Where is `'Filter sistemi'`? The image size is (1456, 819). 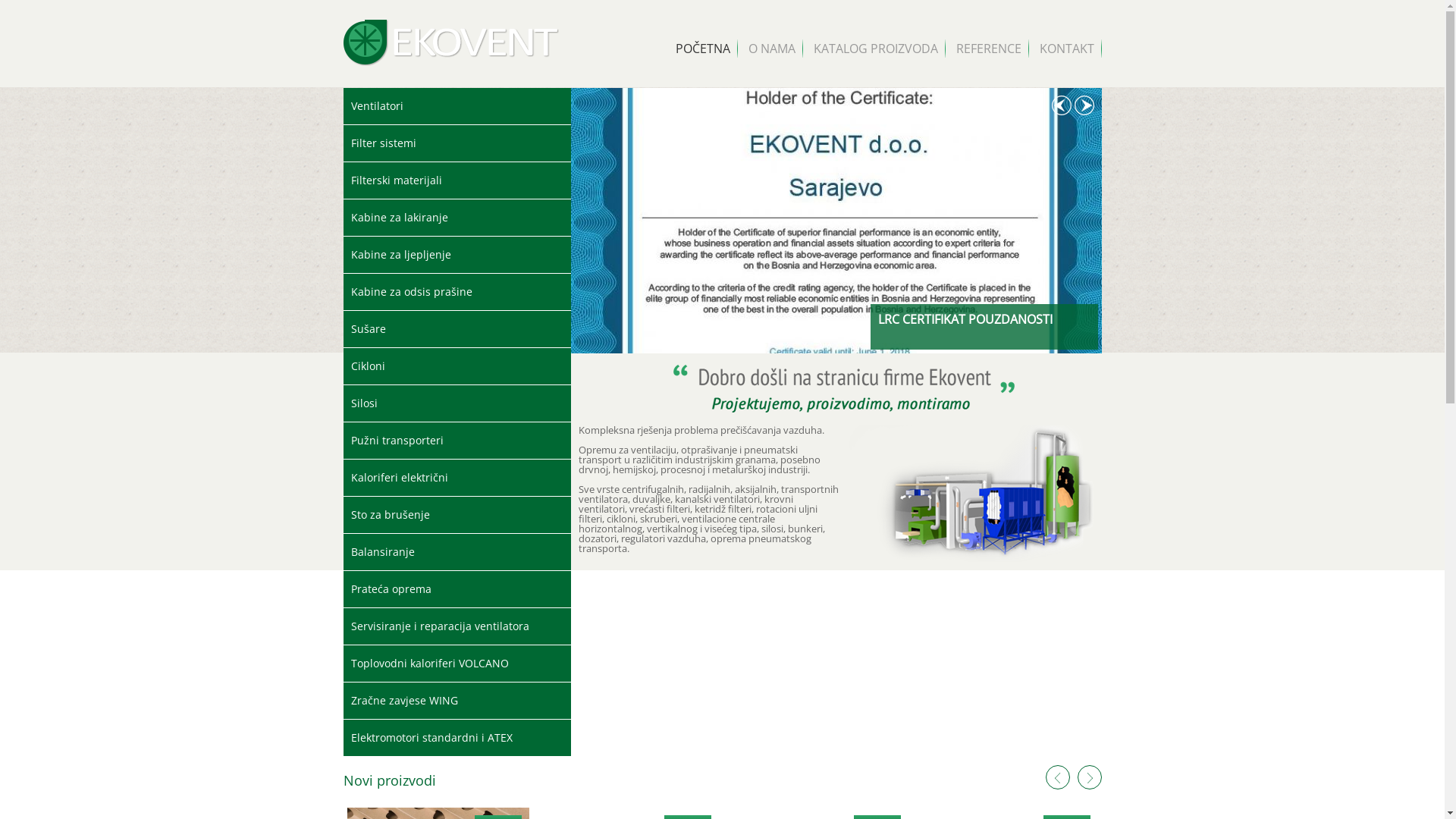 'Filter sistemi' is located at coordinates (455, 143).